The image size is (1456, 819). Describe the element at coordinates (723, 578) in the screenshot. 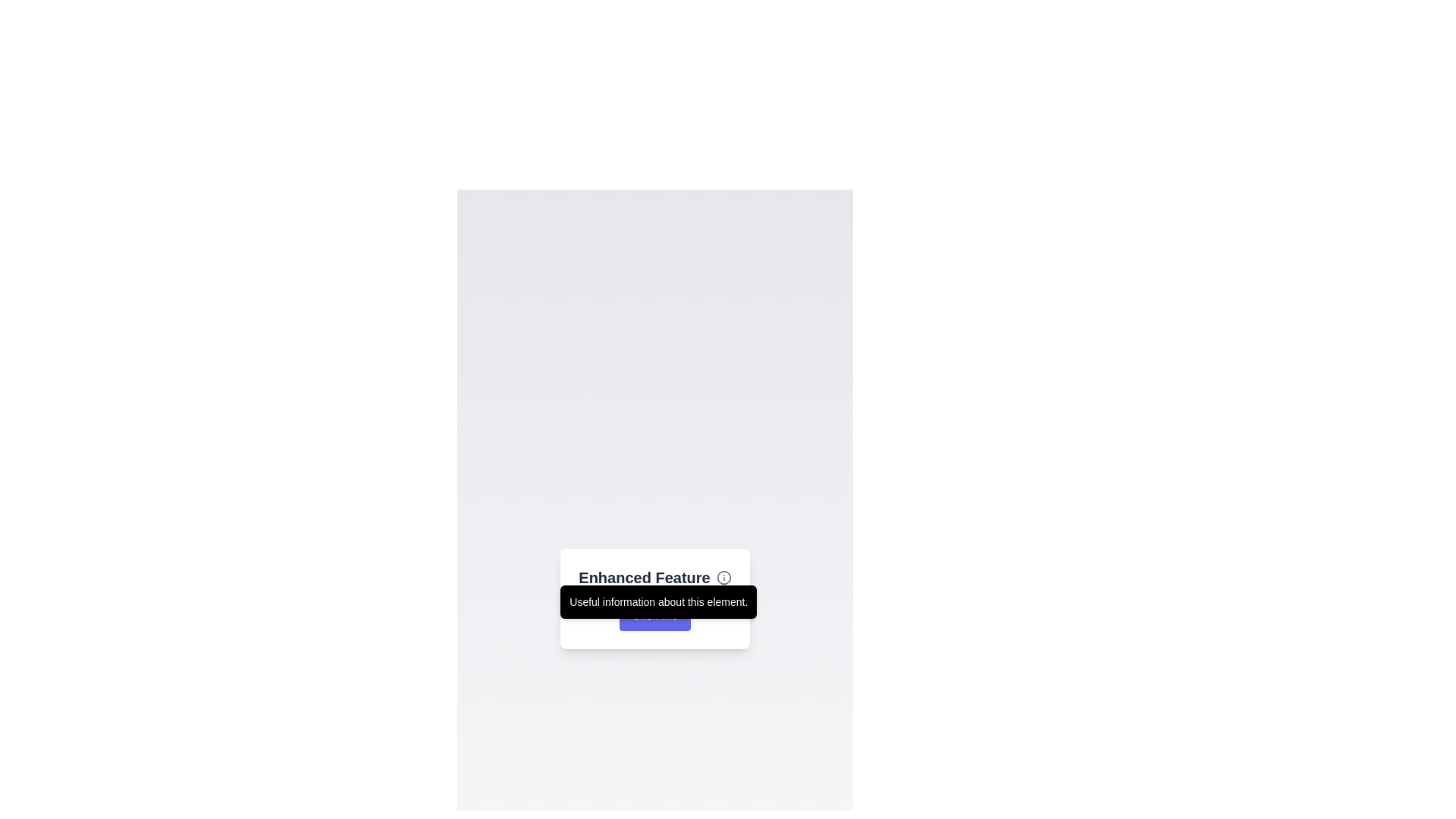

I see `the informational icon represented by a circle component within the SVG, located at the top-right corner of the card layout next to the text 'Enhanced Feature'` at that location.